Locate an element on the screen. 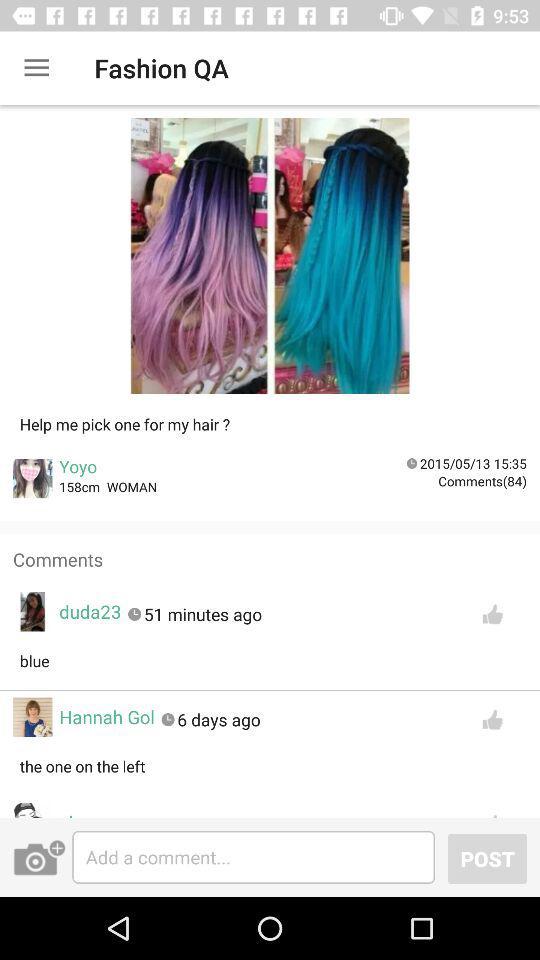  click the like symbol is located at coordinates (491, 811).